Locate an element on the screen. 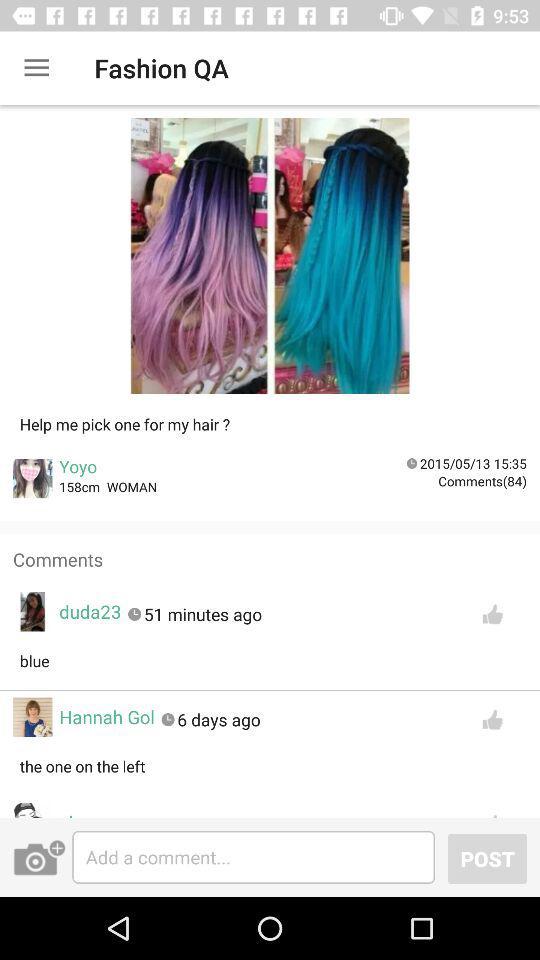  click the like symbol is located at coordinates (491, 811).